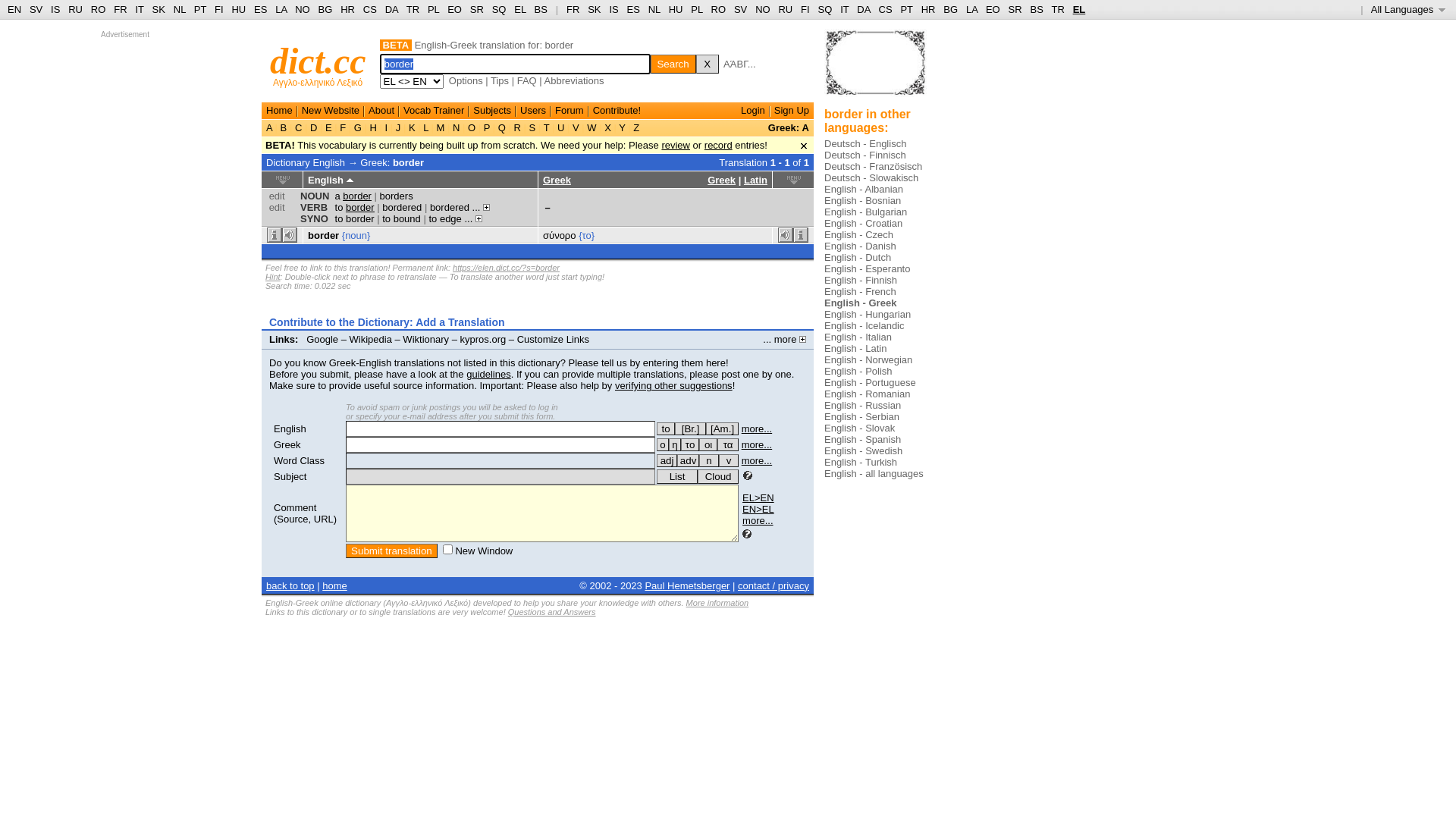 The height and width of the screenshot is (819, 1456). What do you see at coordinates (865, 212) in the screenshot?
I see `'English - Bulgarian'` at bounding box center [865, 212].